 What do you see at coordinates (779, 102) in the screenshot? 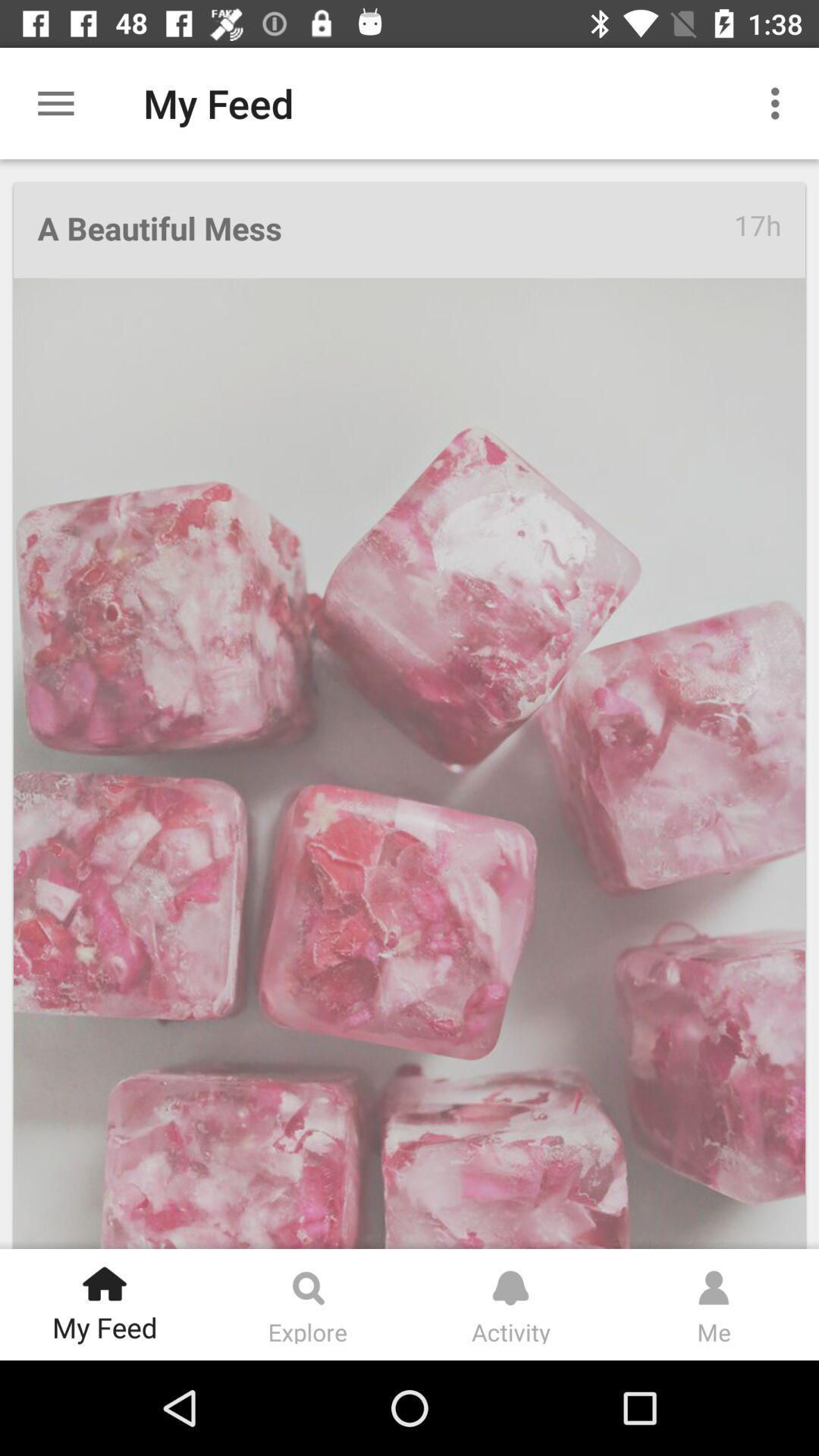
I see `item next to the my feed item` at bounding box center [779, 102].